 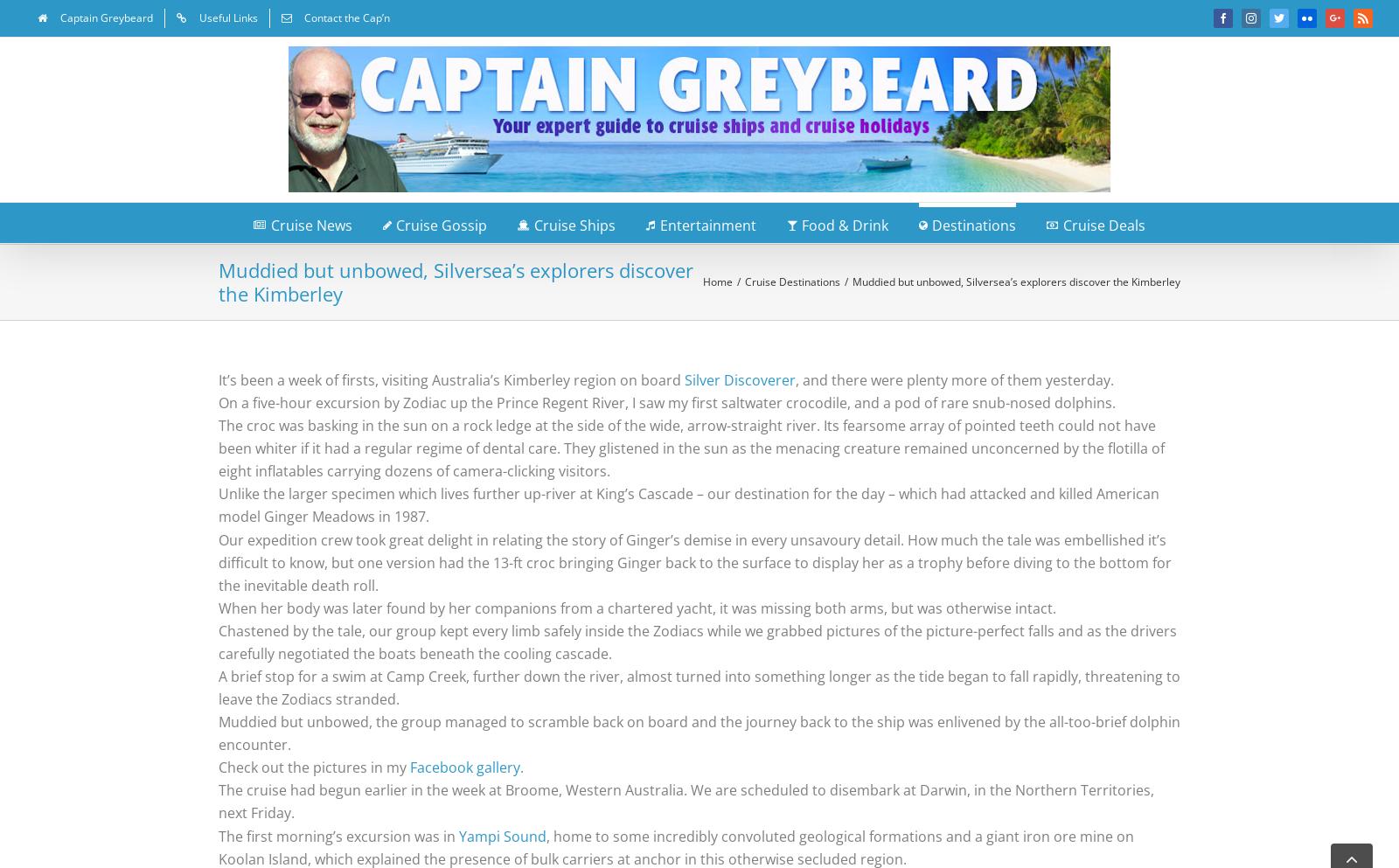 What do you see at coordinates (699, 686) in the screenshot?
I see `'A brief stop for a swim at Camp Creek, further down the river, almost turned into something longer as the tide began to fall rapidly, threatening to leave the Zodiacs stranded.'` at bounding box center [699, 686].